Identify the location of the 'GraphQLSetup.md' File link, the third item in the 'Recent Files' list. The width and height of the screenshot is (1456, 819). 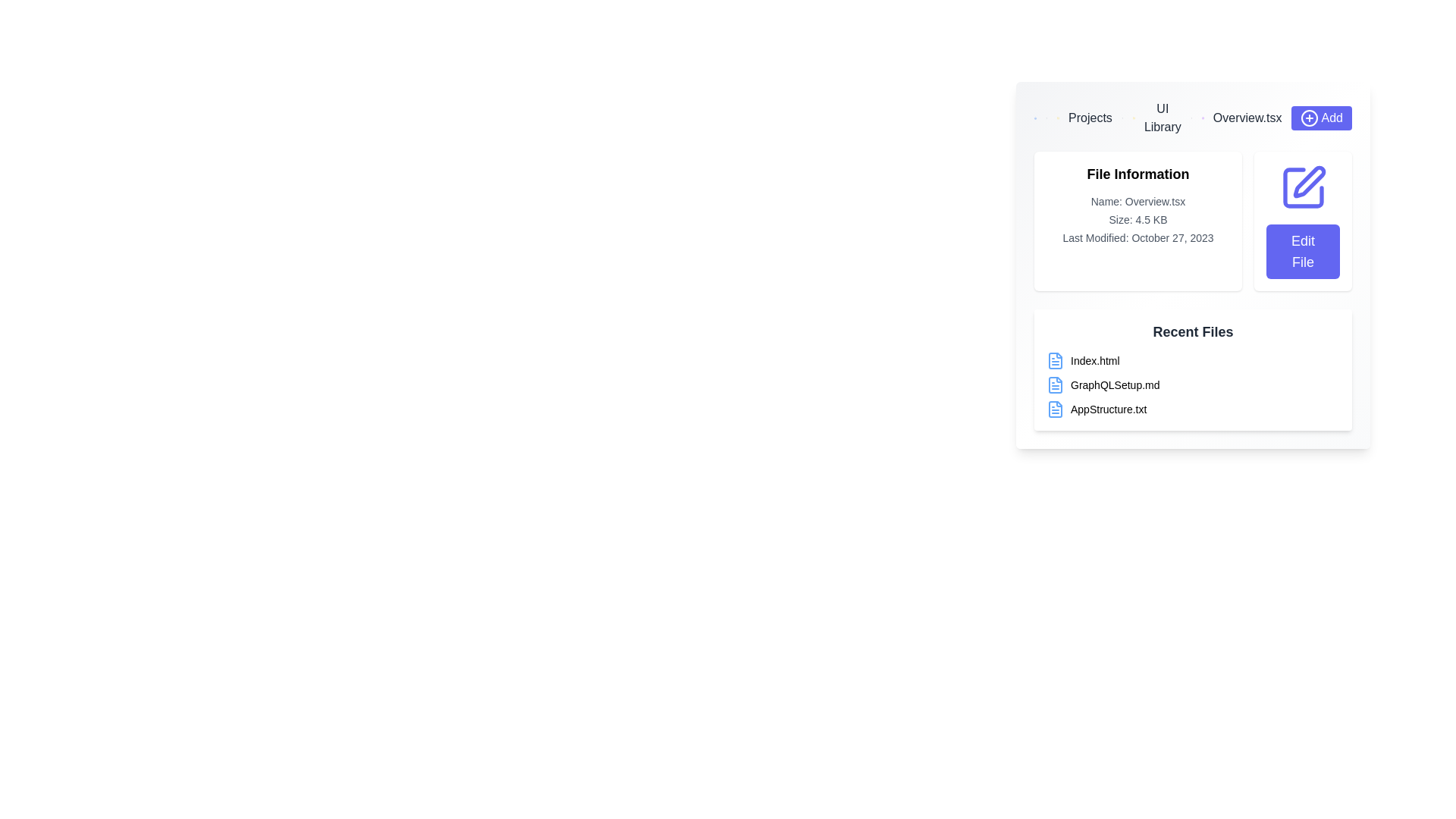
(1115, 384).